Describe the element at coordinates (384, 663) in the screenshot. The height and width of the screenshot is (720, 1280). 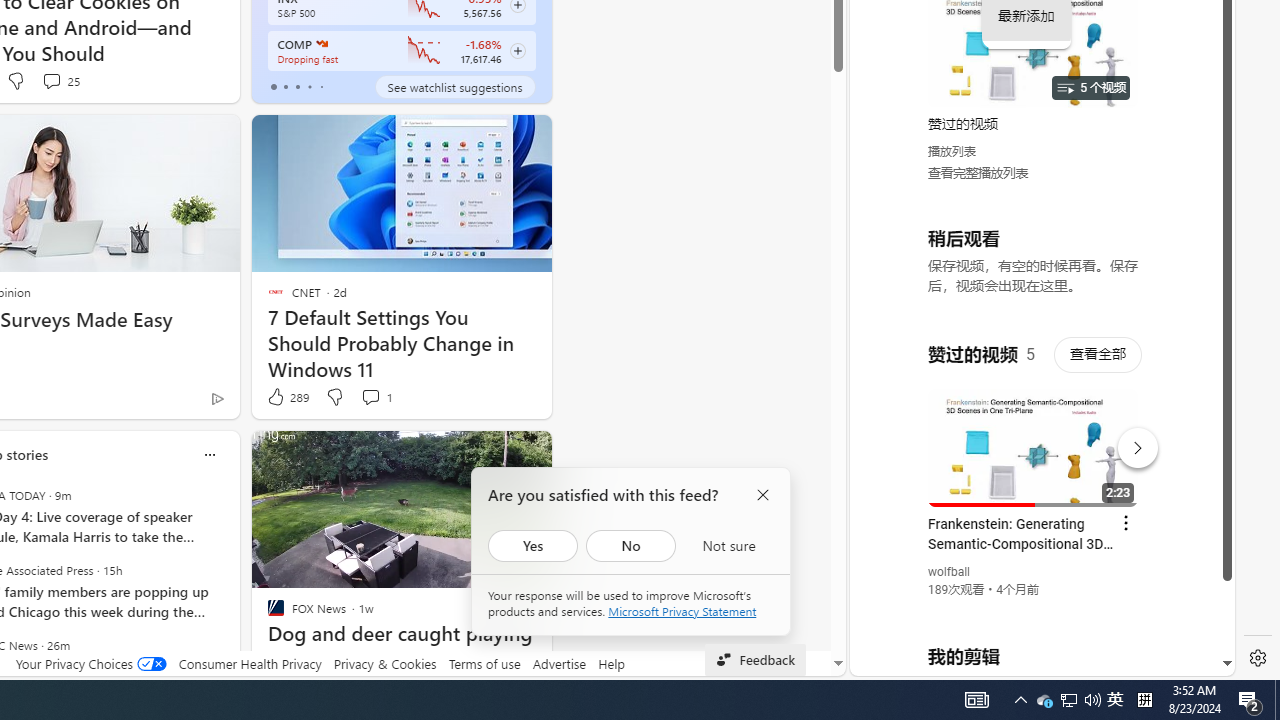
I see `'Privacy & Cookies'` at that location.